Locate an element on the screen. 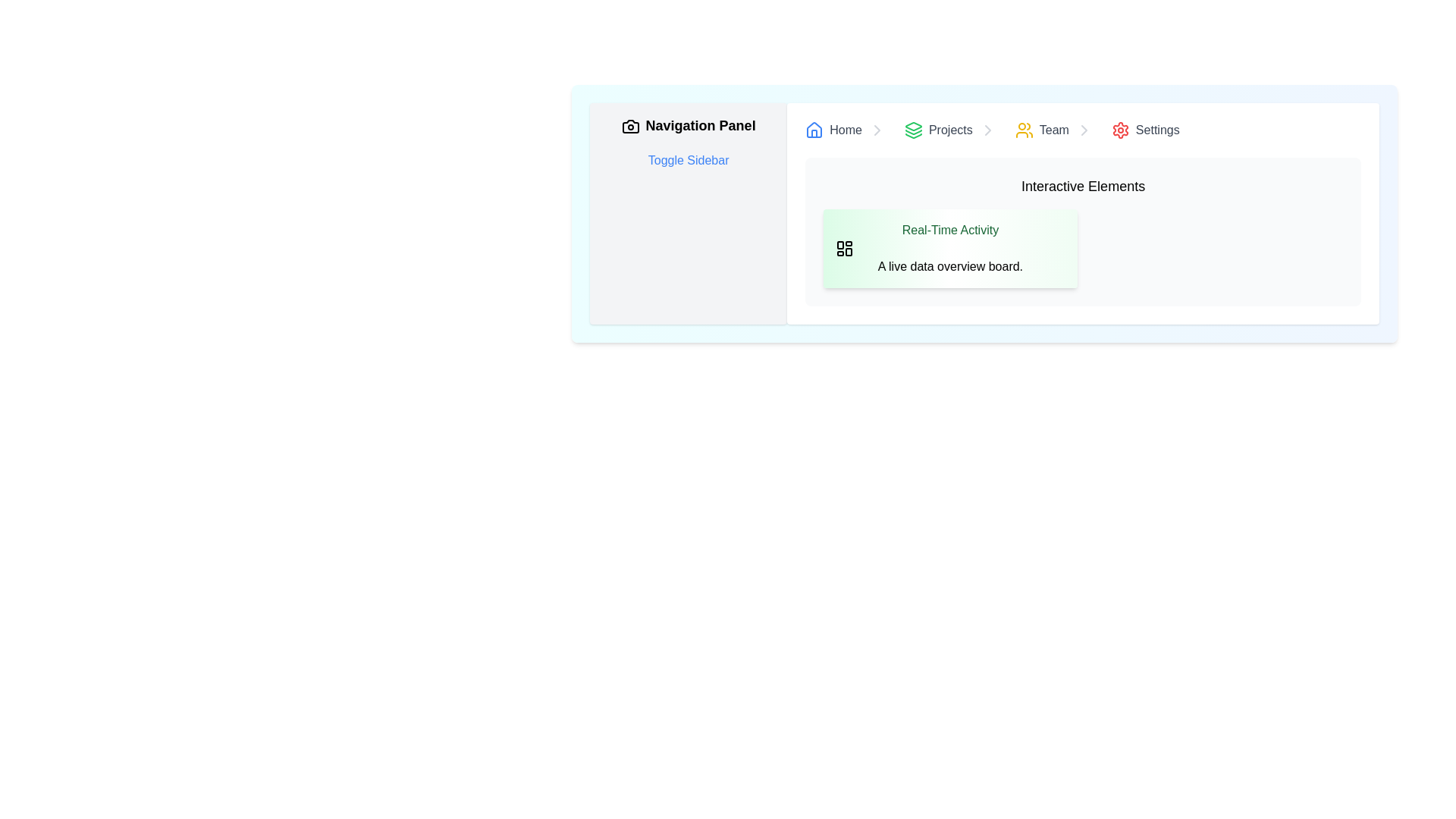 The width and height of the screenshot is (1456, 819). the 'Home' navigation icon located in the top navigation bar is located at coordinates (814, 130).